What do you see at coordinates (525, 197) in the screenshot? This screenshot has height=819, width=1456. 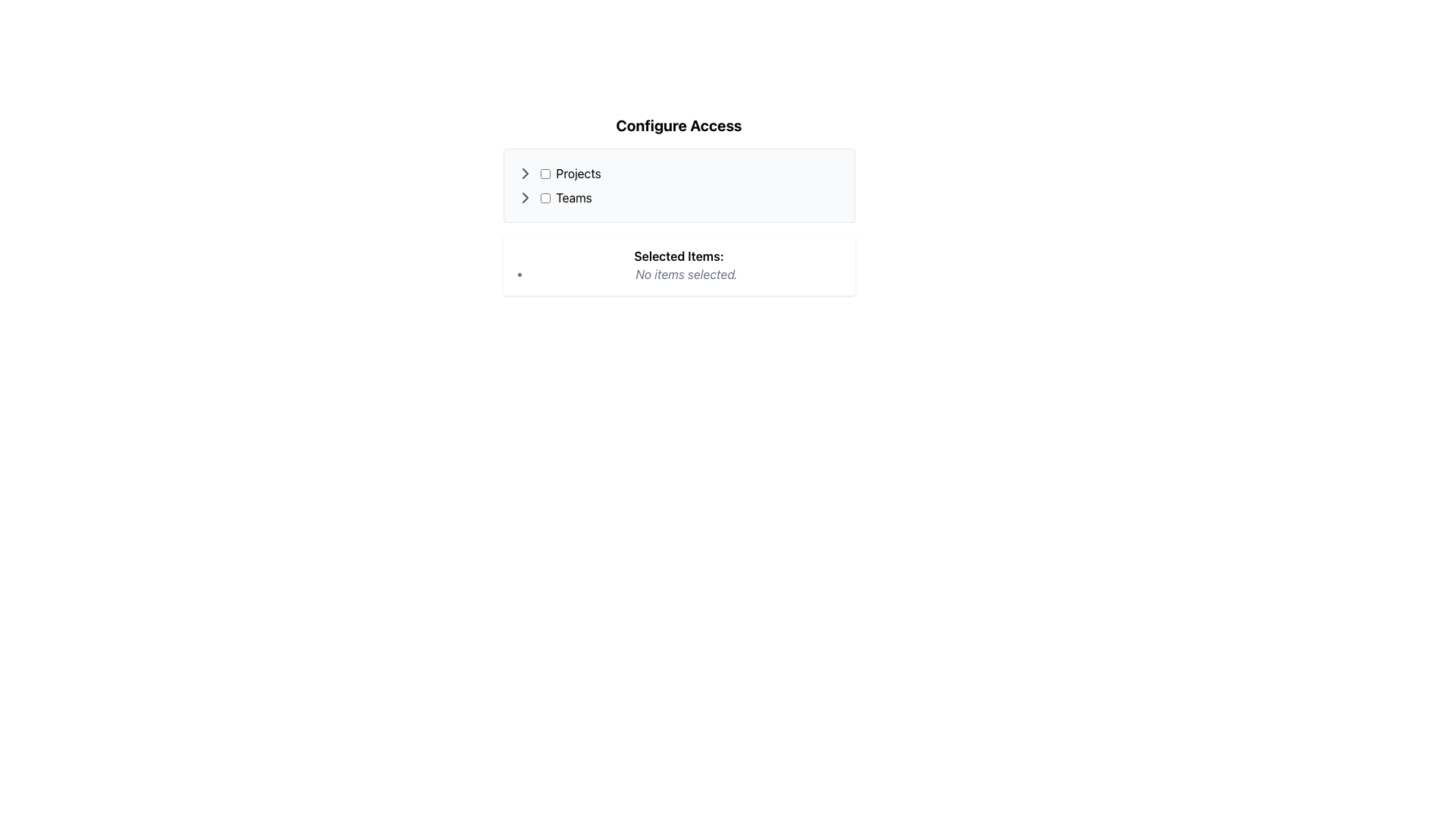 I see `the icon button` at bounding box center [525, 197].